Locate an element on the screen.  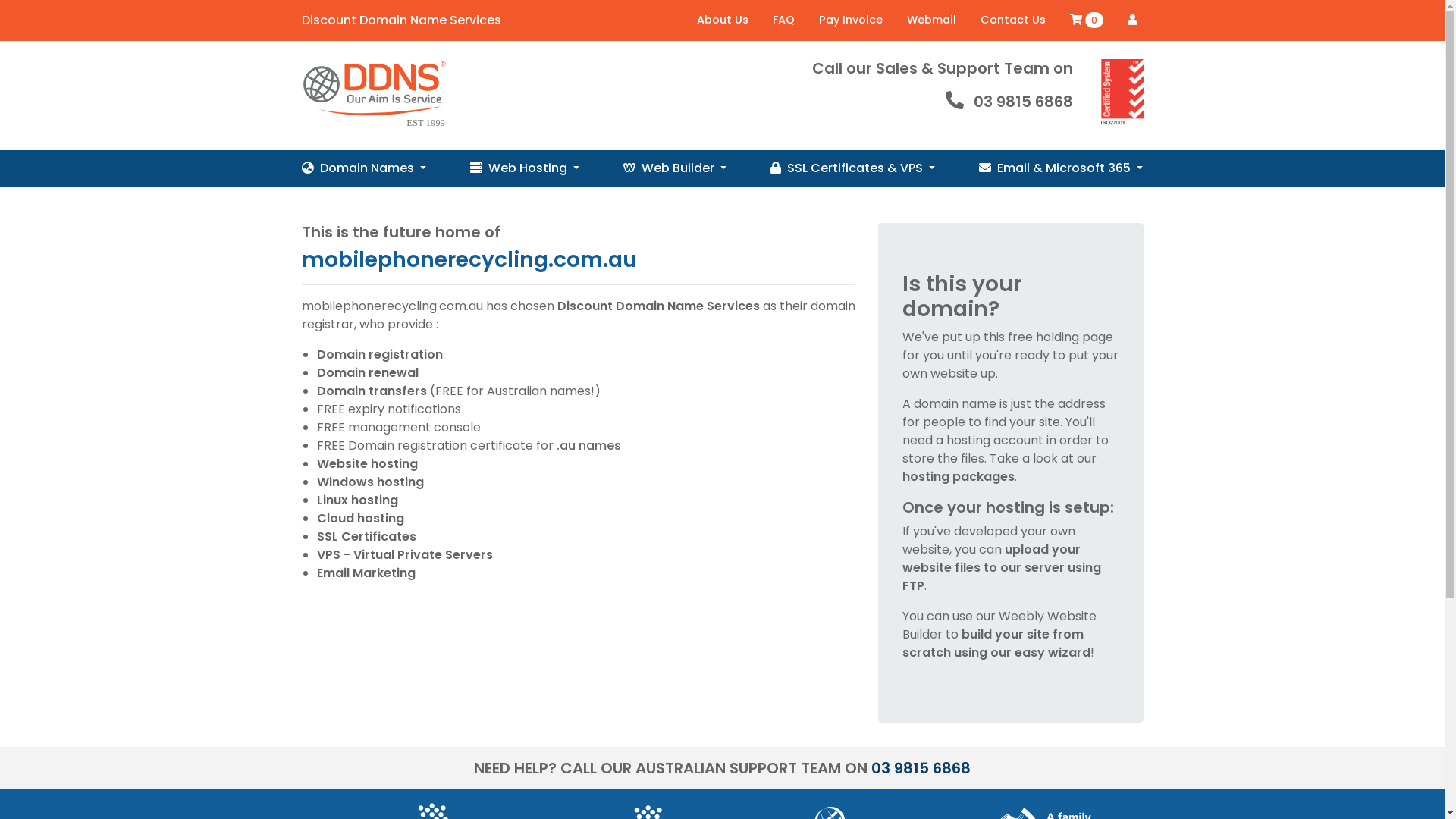
'Domain renewal' is located at coordinates (367, 372).